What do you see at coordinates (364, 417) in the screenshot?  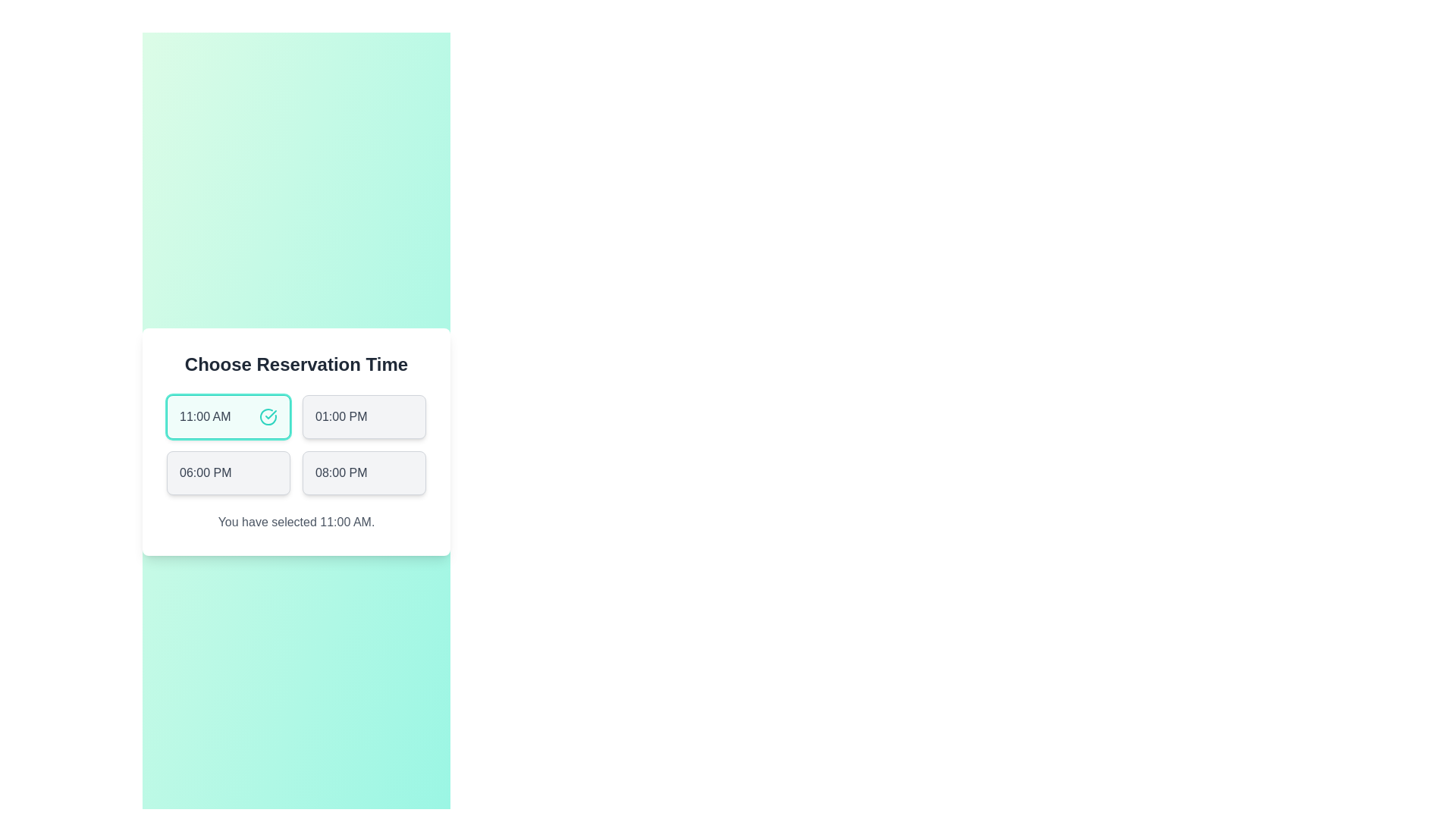 I see `the button labeled '01:00 PM', which is a rounded rectangular box in the top-right position of the time slots grid` at bounding box center [364, 417].